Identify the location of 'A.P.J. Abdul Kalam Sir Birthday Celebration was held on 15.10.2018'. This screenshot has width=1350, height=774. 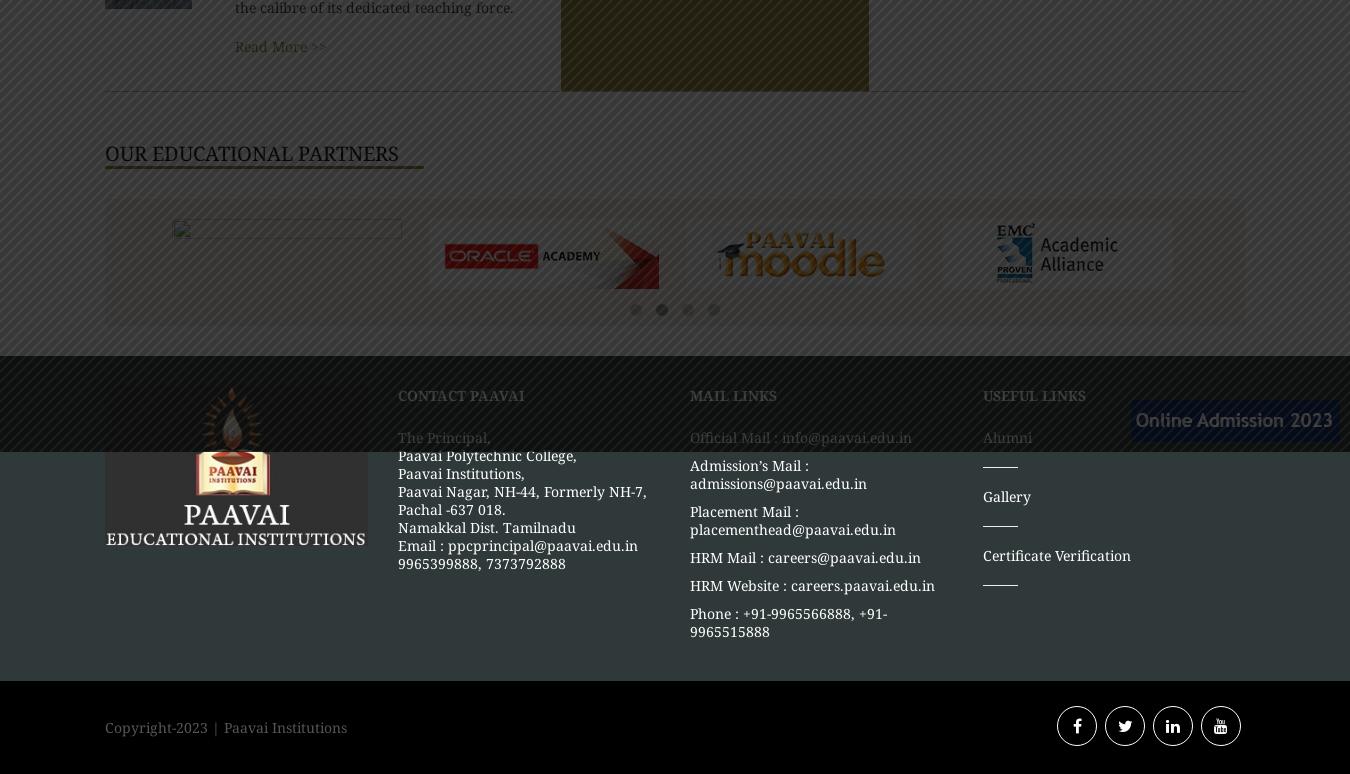
(917, 723).